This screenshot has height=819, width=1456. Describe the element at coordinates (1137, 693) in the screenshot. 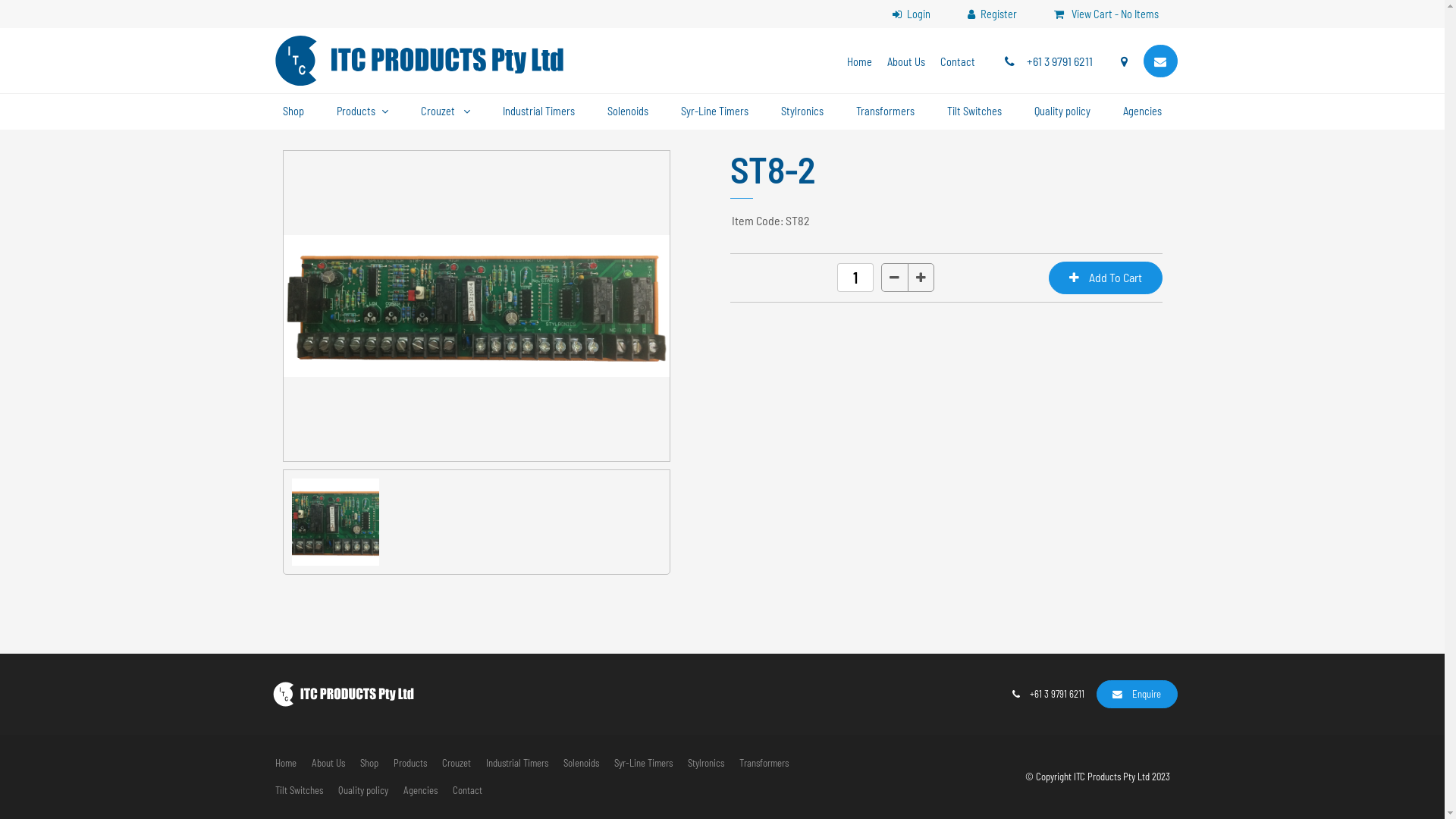

I see `'Enquire'` at that location.